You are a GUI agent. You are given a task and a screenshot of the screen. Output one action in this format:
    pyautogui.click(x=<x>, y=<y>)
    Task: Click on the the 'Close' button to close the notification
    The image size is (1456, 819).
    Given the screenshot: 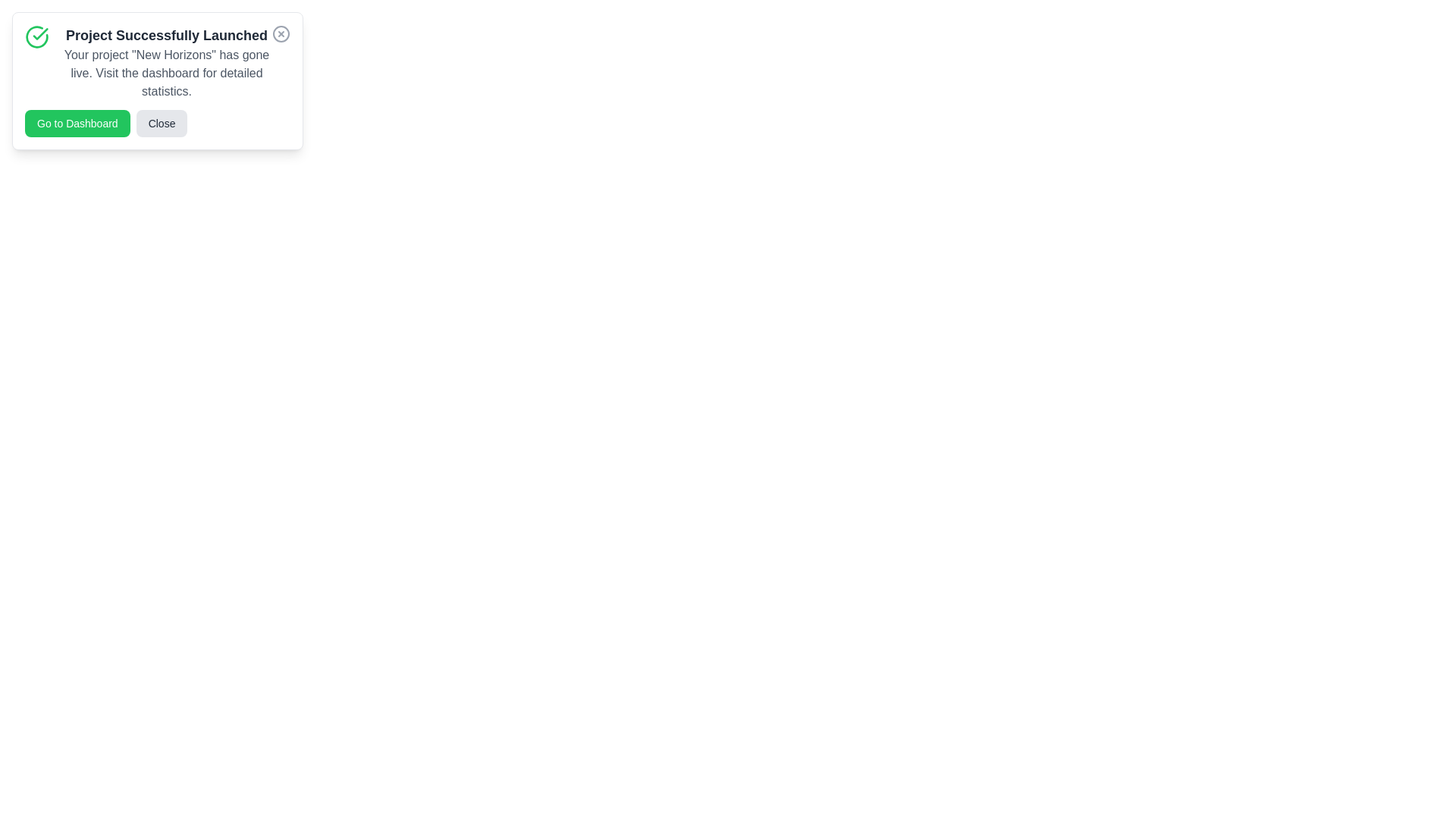 What is the action you would take?
    pyautogui.click(x=162, y=122)
    